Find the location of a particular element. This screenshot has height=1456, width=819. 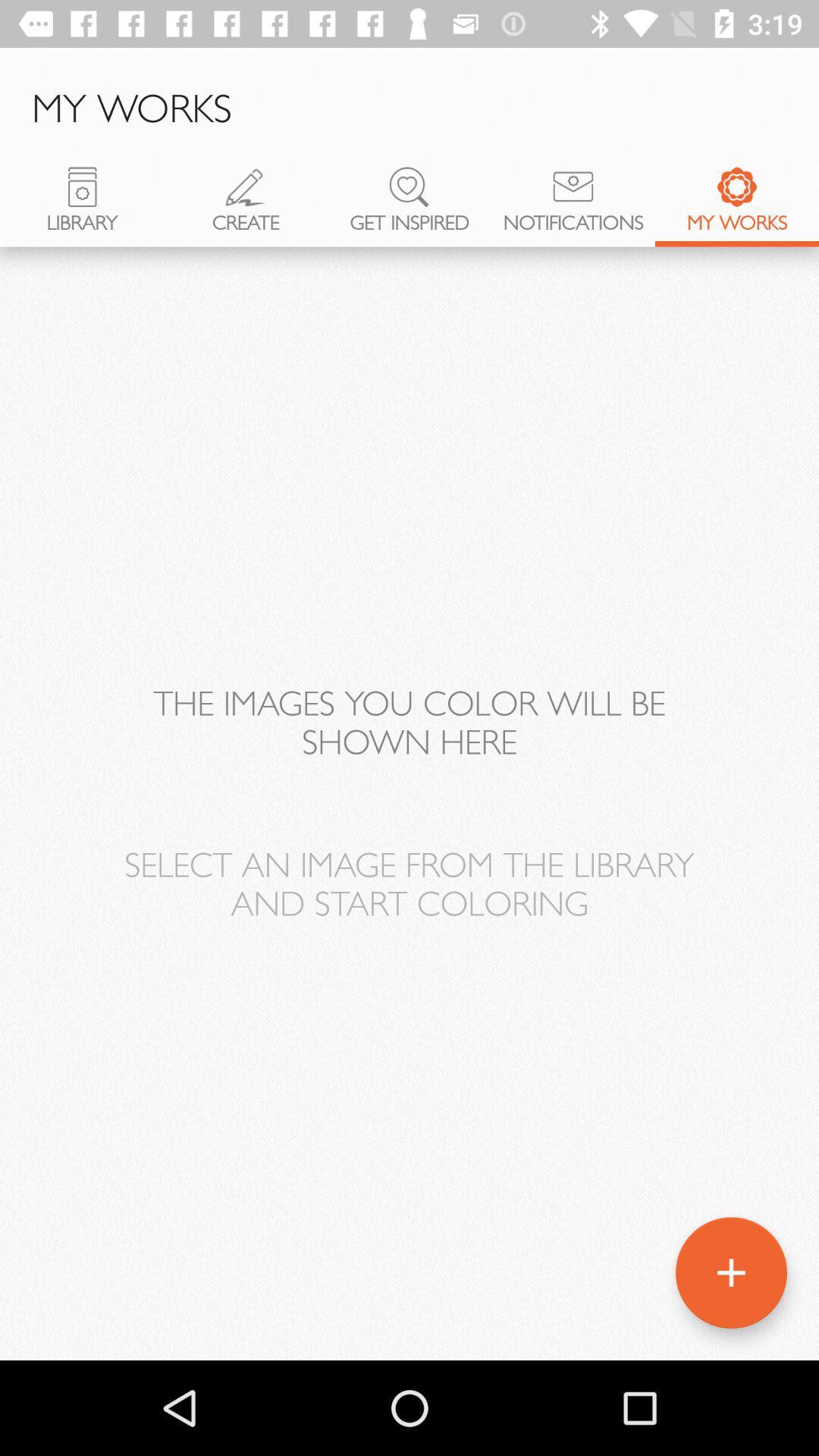

the add icon is located at coordinates (730, 1272).